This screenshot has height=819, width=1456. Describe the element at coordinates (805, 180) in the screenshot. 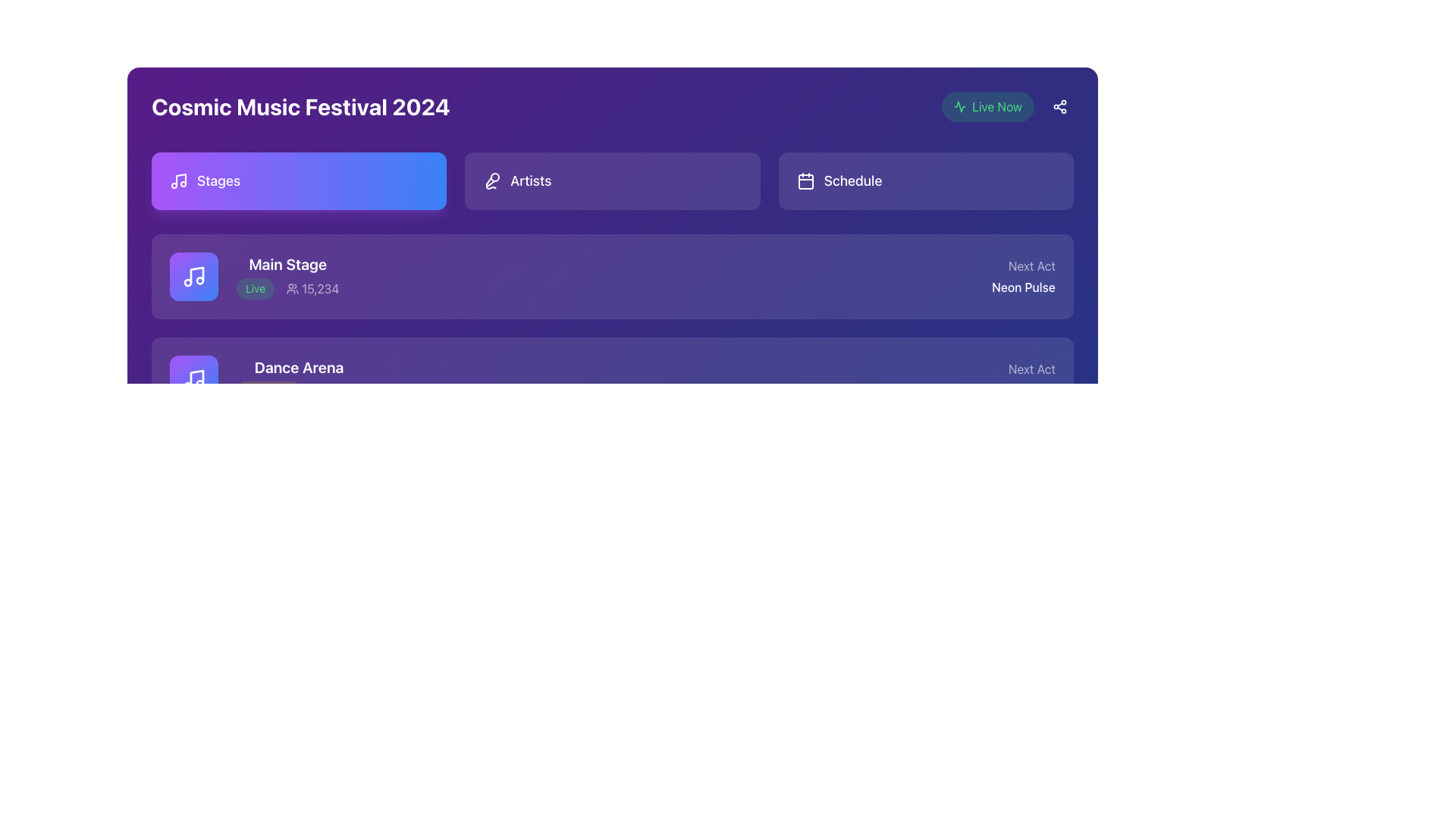

I see `the calendar icon with a white stroke on a purple background, located in the navigation bar next to the 'Schedule' label` at that location.